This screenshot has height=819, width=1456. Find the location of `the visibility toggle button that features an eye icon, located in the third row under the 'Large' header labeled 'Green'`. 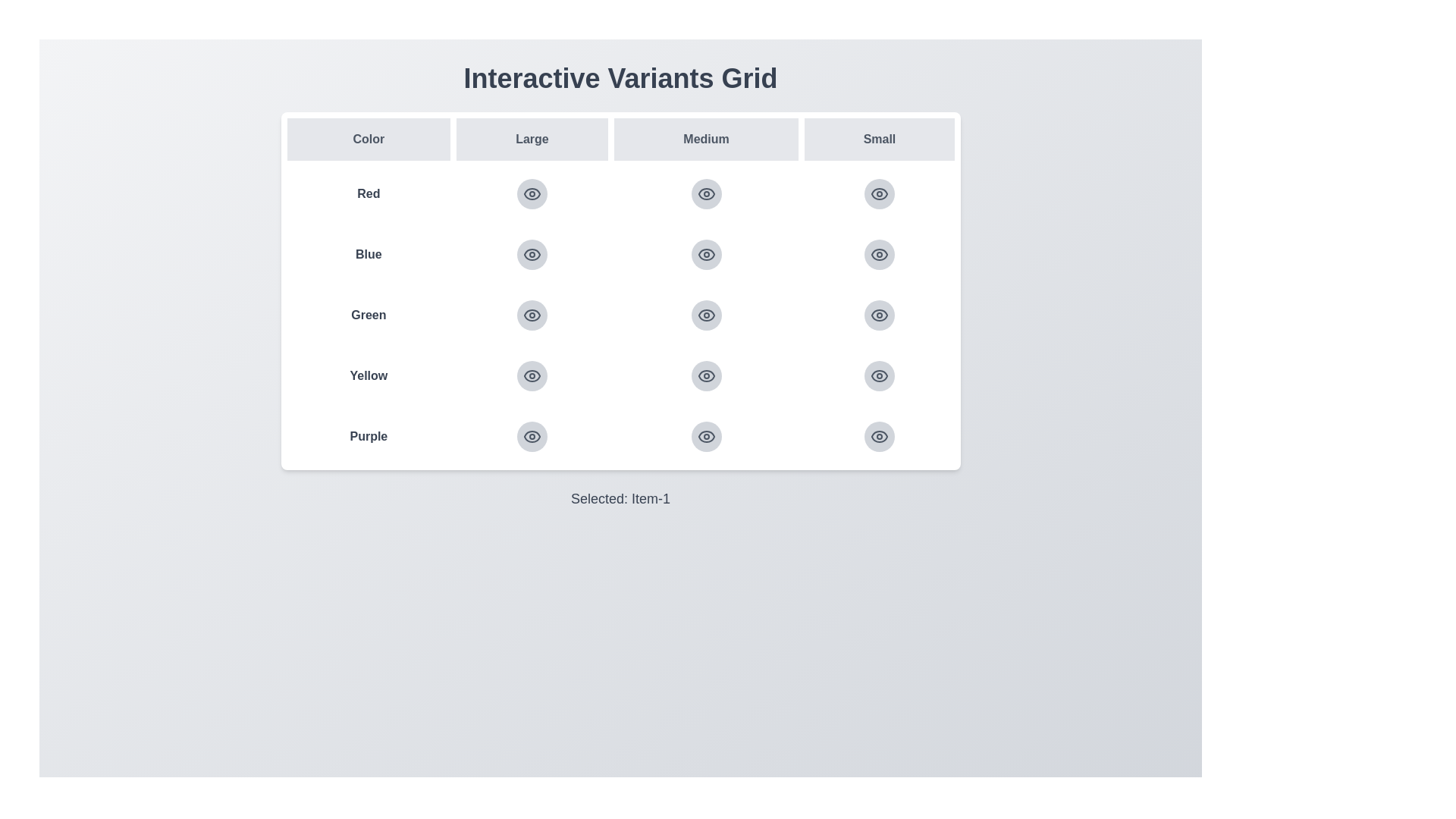

the visibility toggle button that features an eye icon, located in the third row under the 'Large' header labeled 'Green' is located at coordinates (532, 315).